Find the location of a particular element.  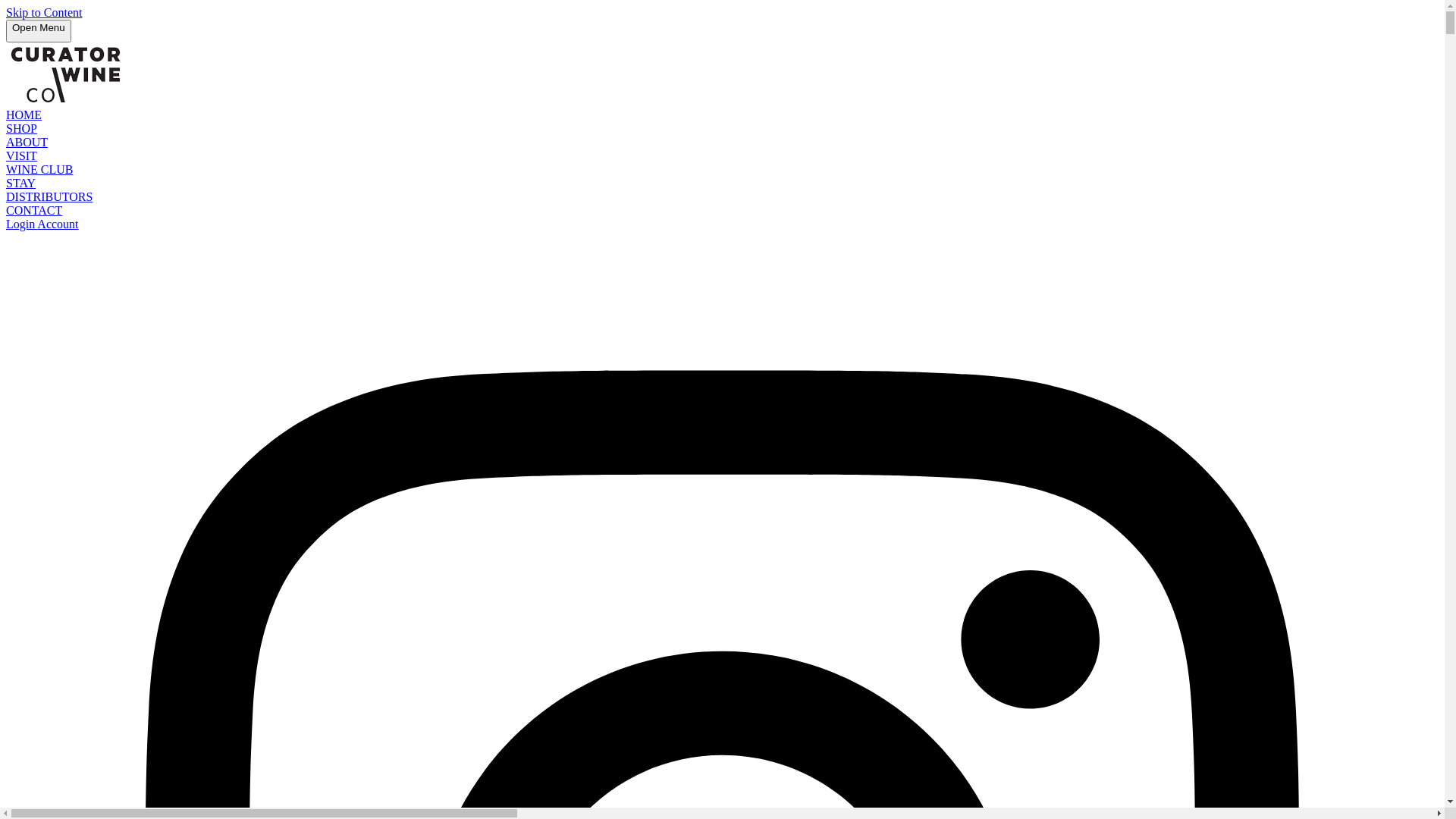

'CONTACT' is located at coordinates (6, 210).